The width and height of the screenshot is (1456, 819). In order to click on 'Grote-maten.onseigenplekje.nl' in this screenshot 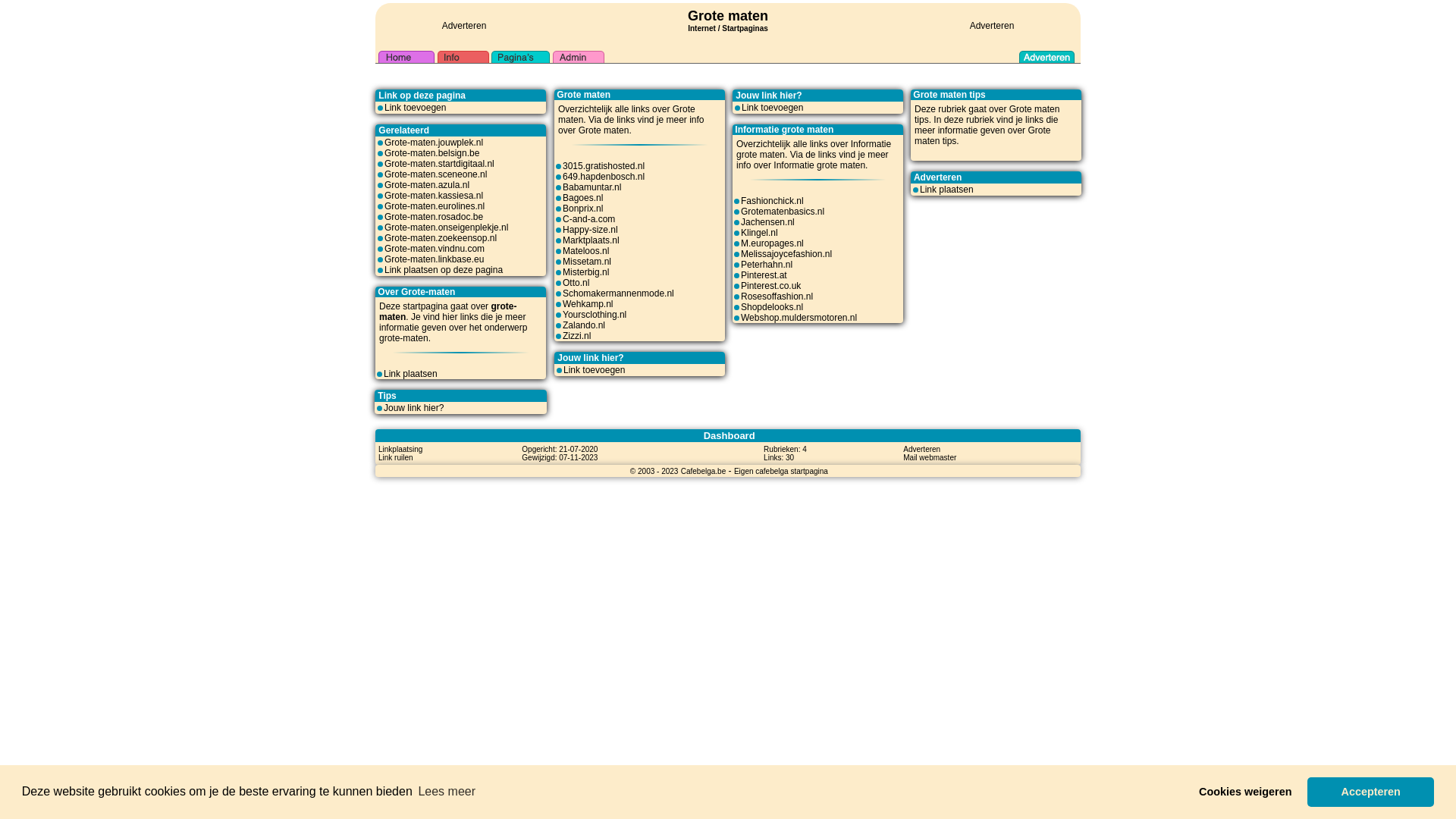, I will do `click(445, 227)`.